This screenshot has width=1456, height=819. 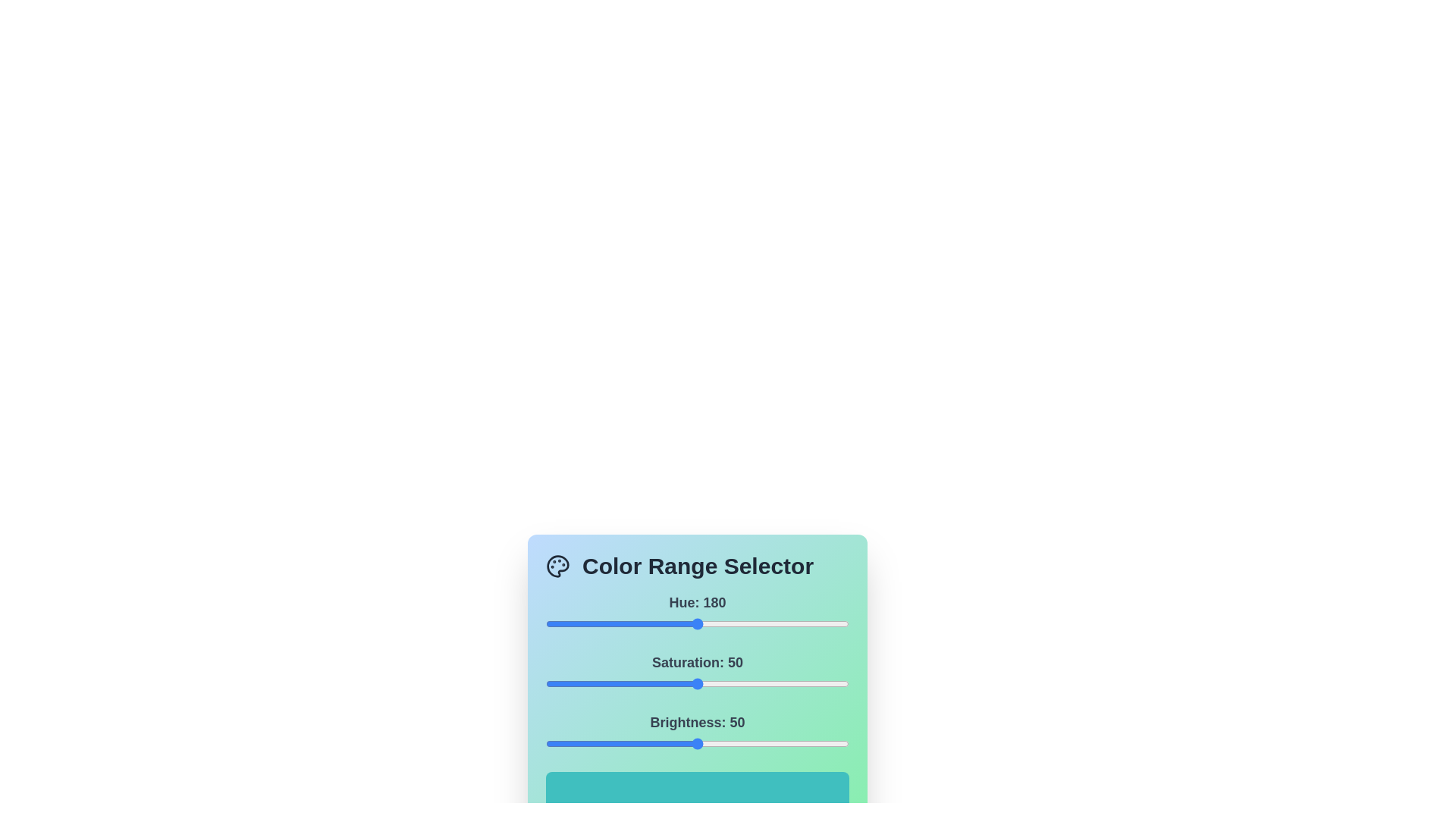 I want to click on the brightness slider to set the brightness value to 48, so click(x=691, y=742).